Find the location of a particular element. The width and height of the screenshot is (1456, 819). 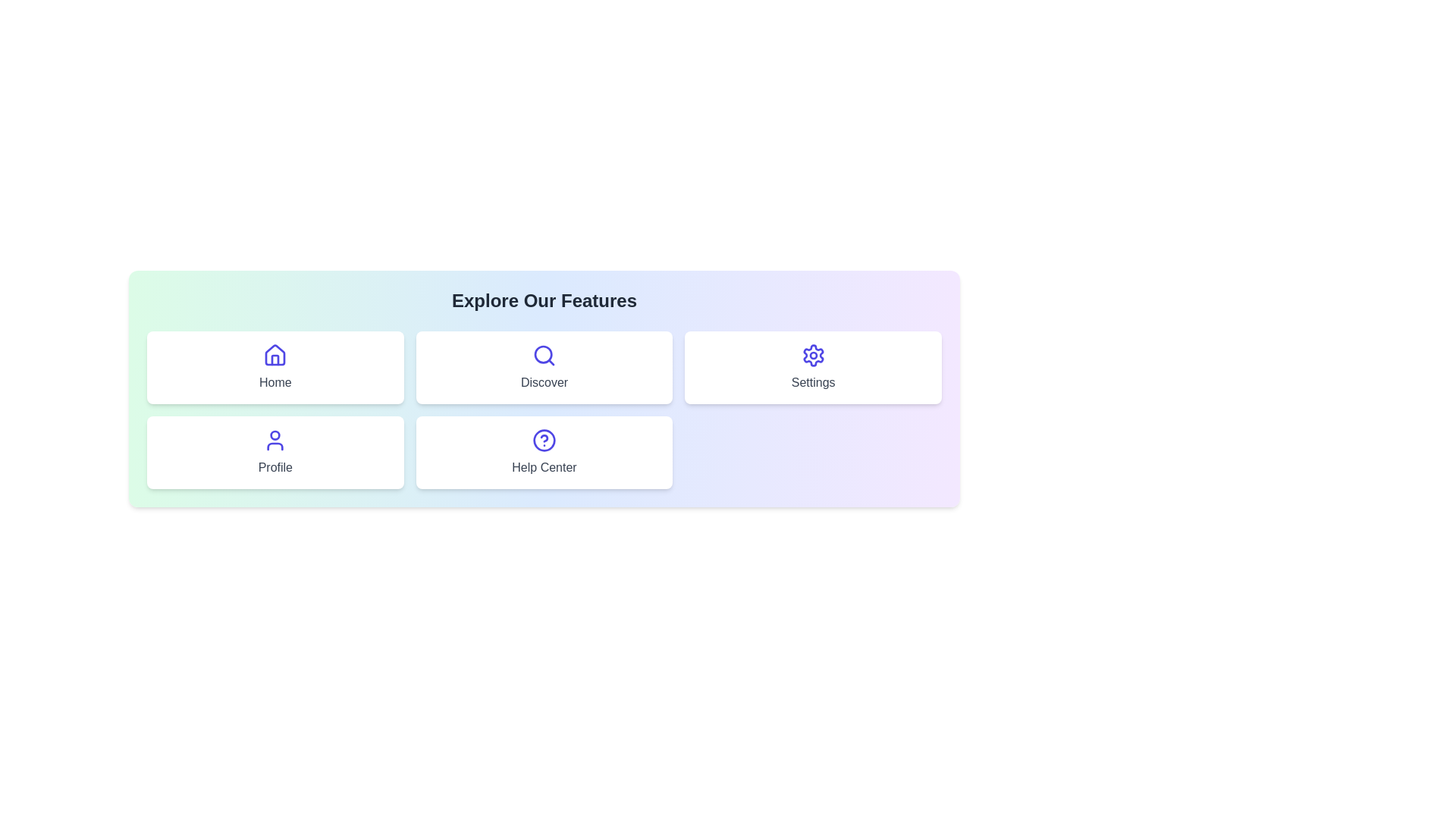

the navigation button located in the bottom-right corner of the 2x3 grid layout is located at coordinates (544, 452).